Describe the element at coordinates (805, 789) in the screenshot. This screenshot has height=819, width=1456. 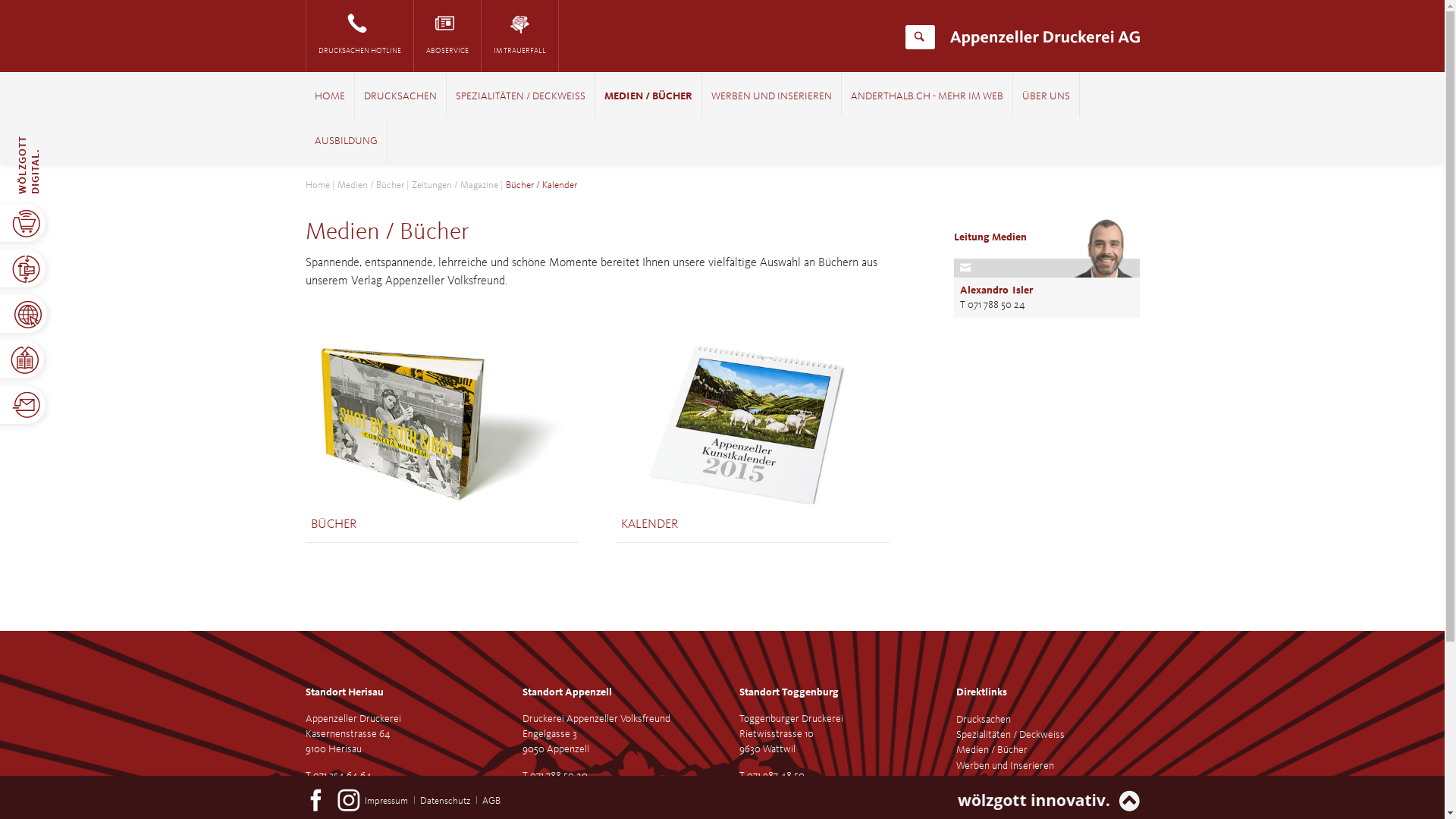
I see `'info@toggenburgerdruckerei.ch'` at that location.